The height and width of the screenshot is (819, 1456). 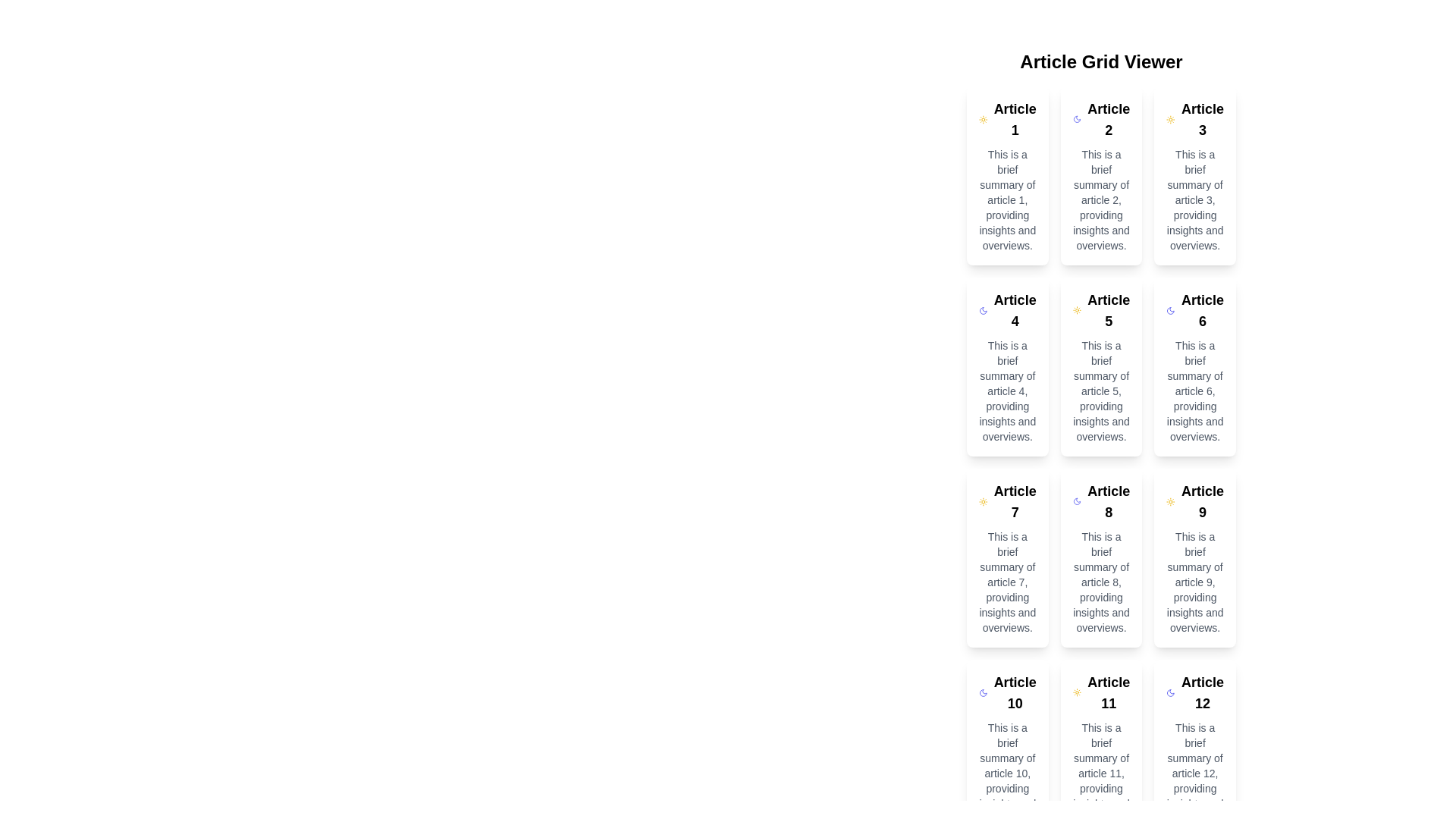 What do you see at coordinates (1101, 693) in the screenshot?
I see `the Text Label for 'Article 11'` at bounding box center [1101, 693].